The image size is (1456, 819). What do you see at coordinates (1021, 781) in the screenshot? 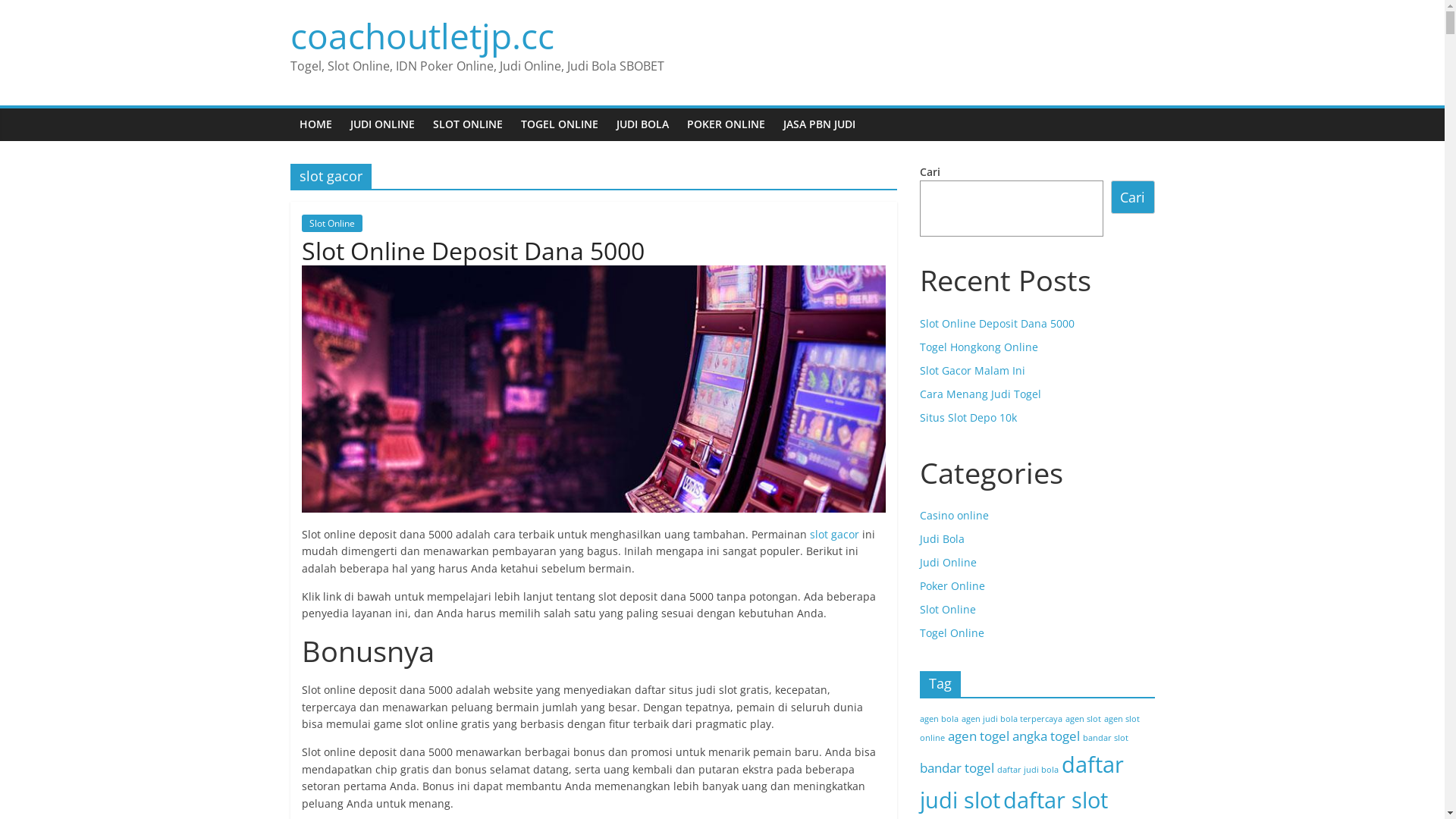
I see `'daftar judi slot'` at bounding box center [1021, 781].